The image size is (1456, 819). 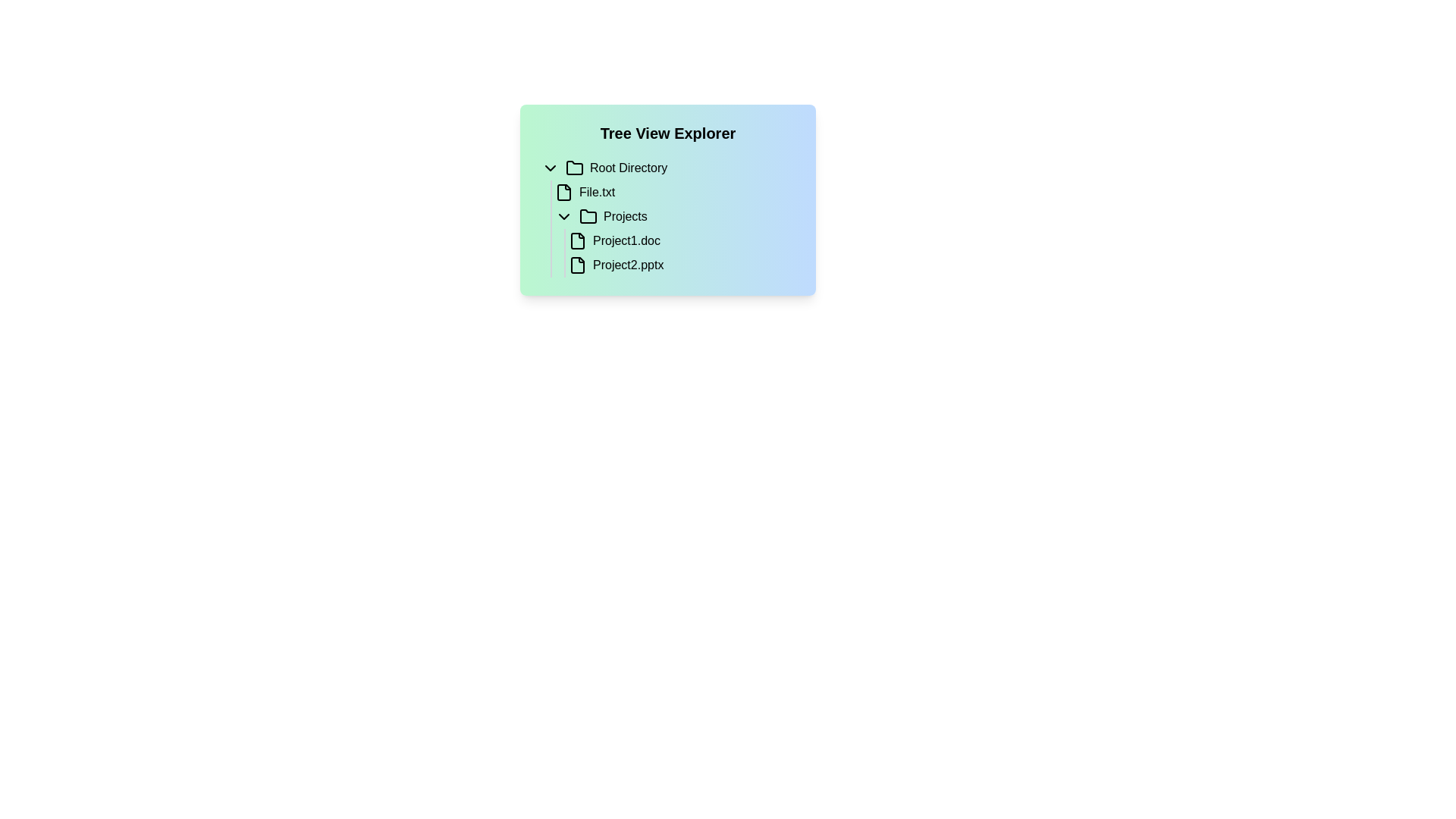 What do you see at coordinates (625, 216) in the screenshot?
I see `the text label for the folder named 'Projects'` at bounding box center [625, 216].